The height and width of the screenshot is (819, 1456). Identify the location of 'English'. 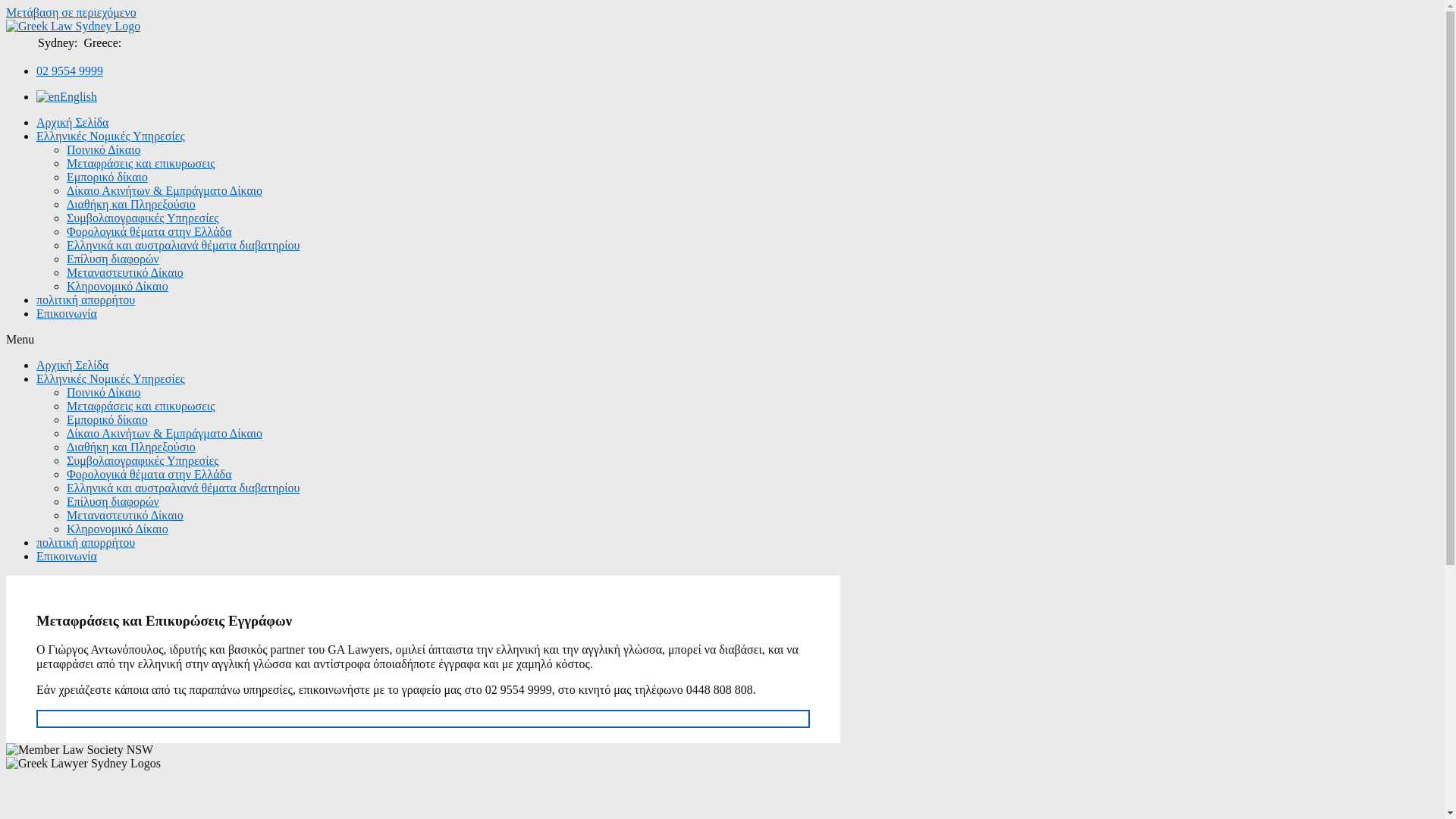
(65, 96).